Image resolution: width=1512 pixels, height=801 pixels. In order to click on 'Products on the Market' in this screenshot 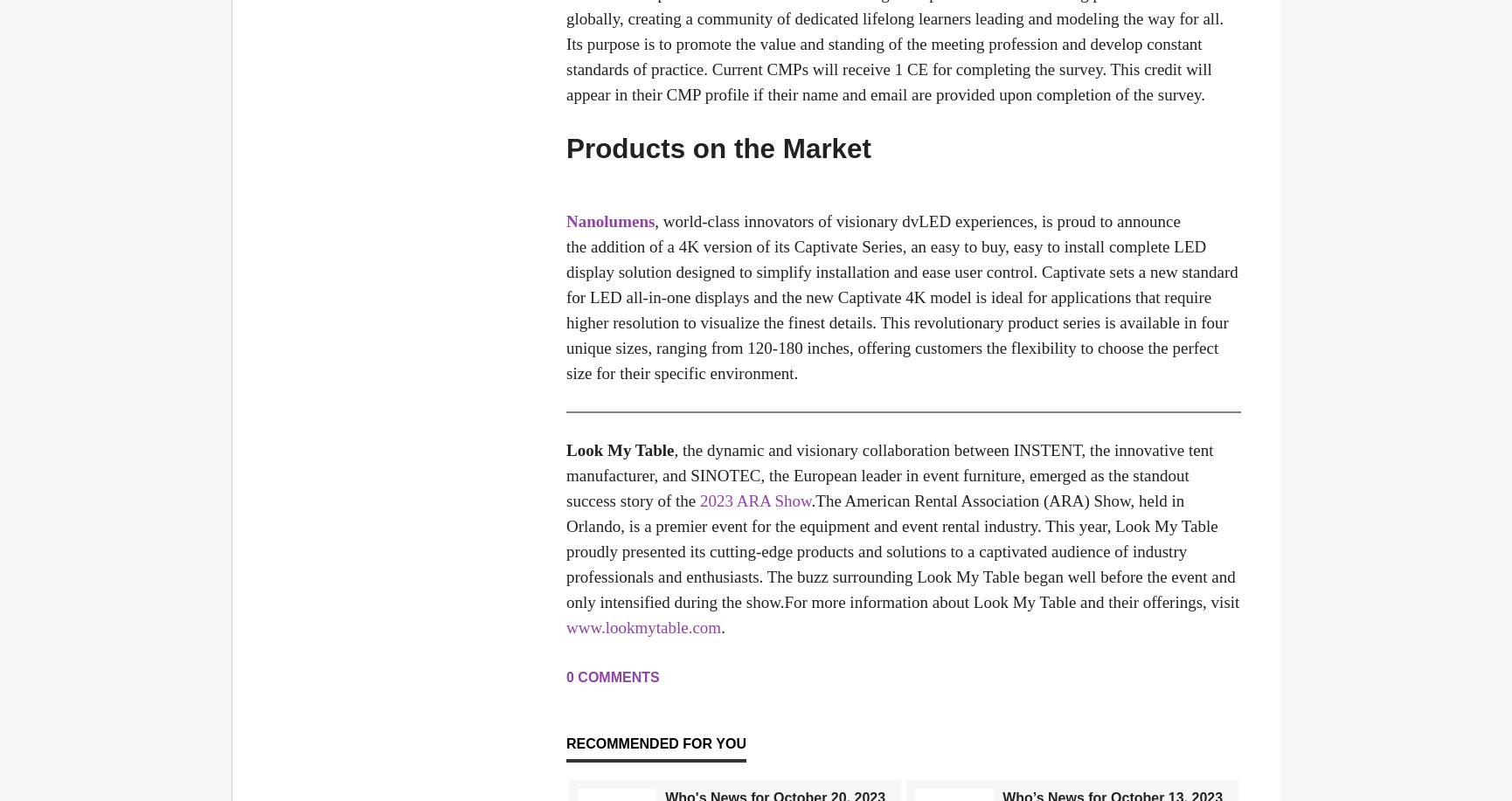, I will do `click(718, 148)`.